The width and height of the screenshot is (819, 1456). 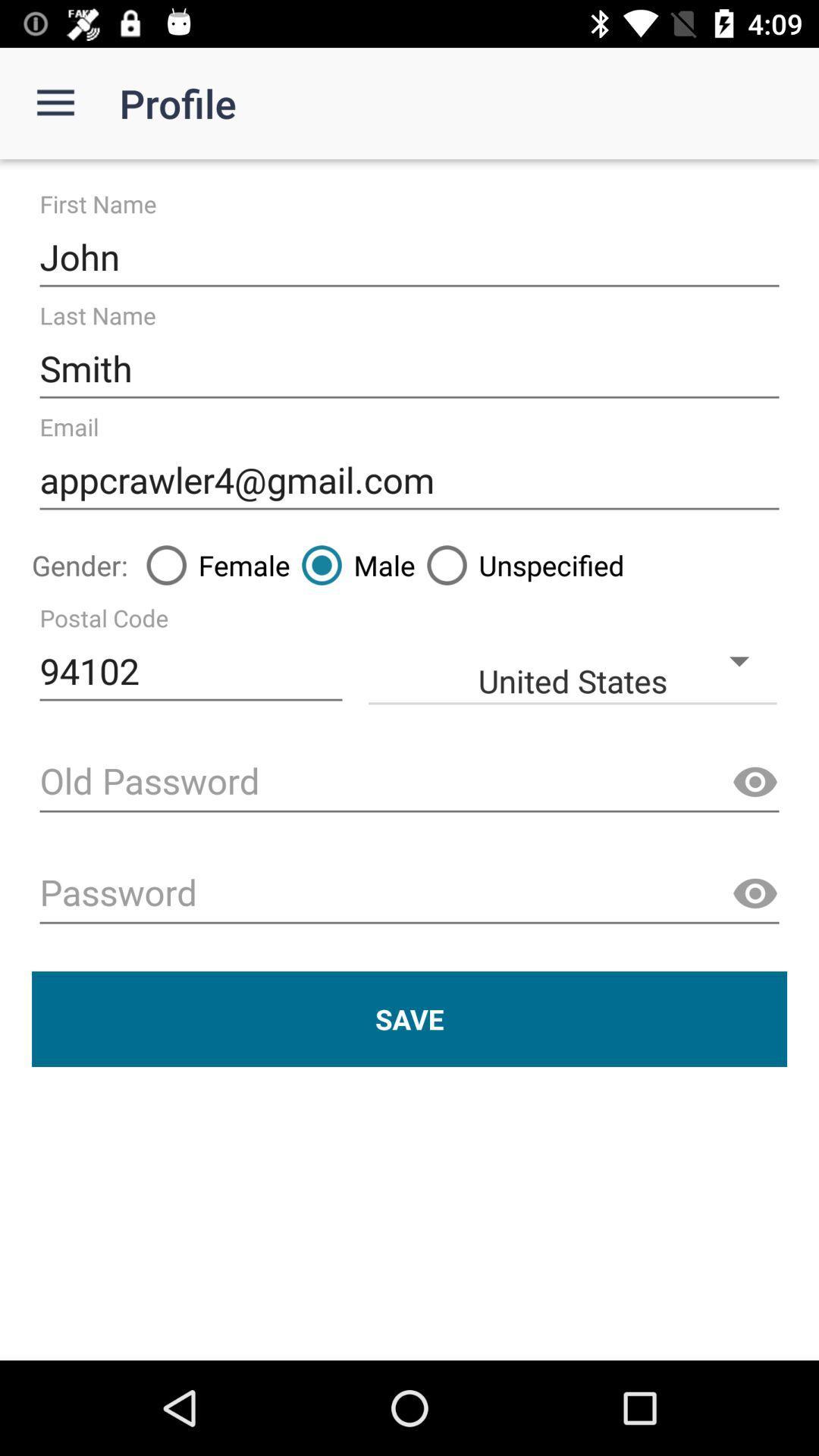 I want to click on the item next to gender:, so click(x=212, y=564).